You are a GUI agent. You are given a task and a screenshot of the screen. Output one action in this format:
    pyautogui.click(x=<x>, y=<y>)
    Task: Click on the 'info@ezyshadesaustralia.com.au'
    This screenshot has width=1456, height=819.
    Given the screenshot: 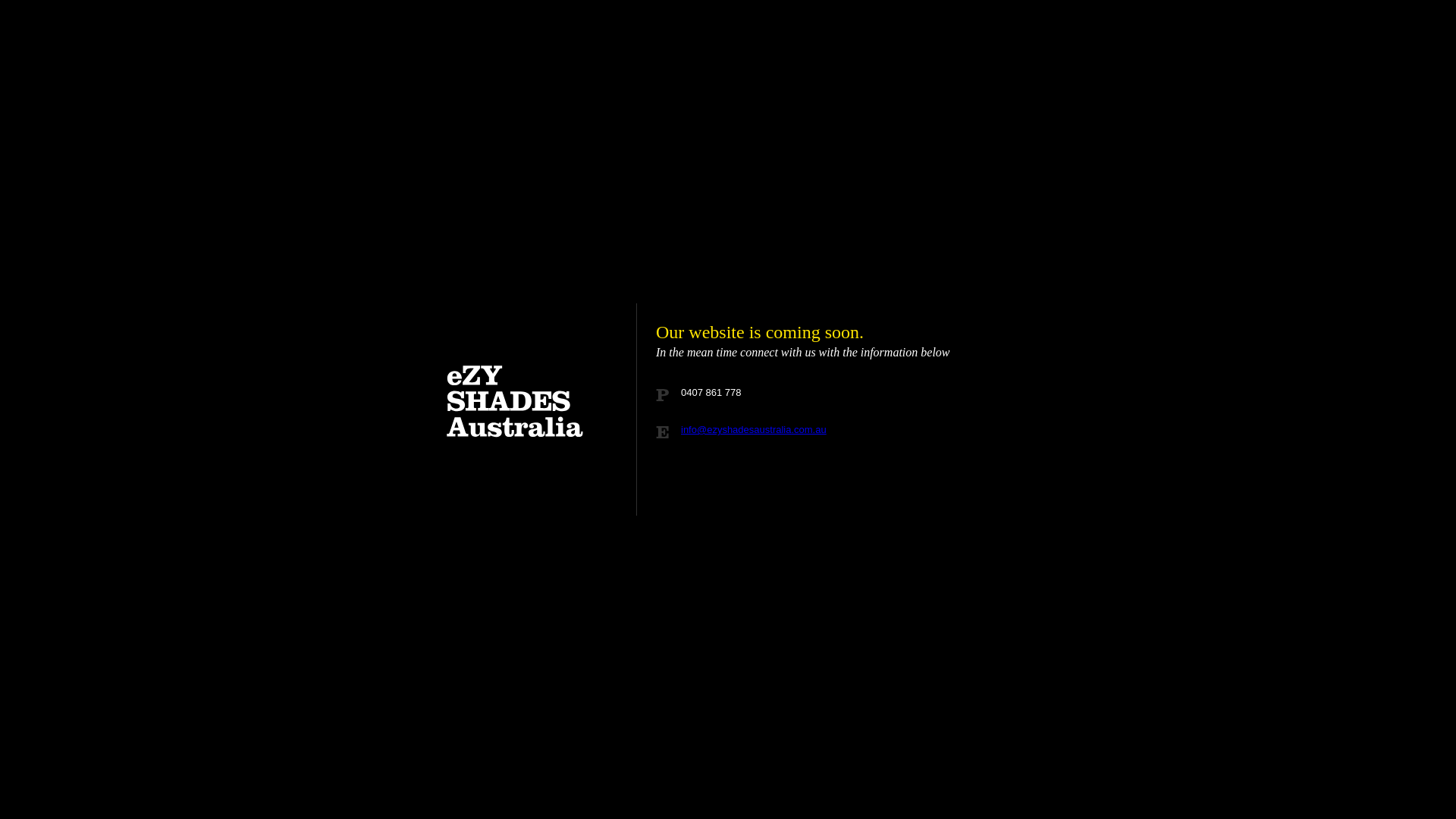 What is the action you would take?
    pyautogui.click(x=679, y=429)
    